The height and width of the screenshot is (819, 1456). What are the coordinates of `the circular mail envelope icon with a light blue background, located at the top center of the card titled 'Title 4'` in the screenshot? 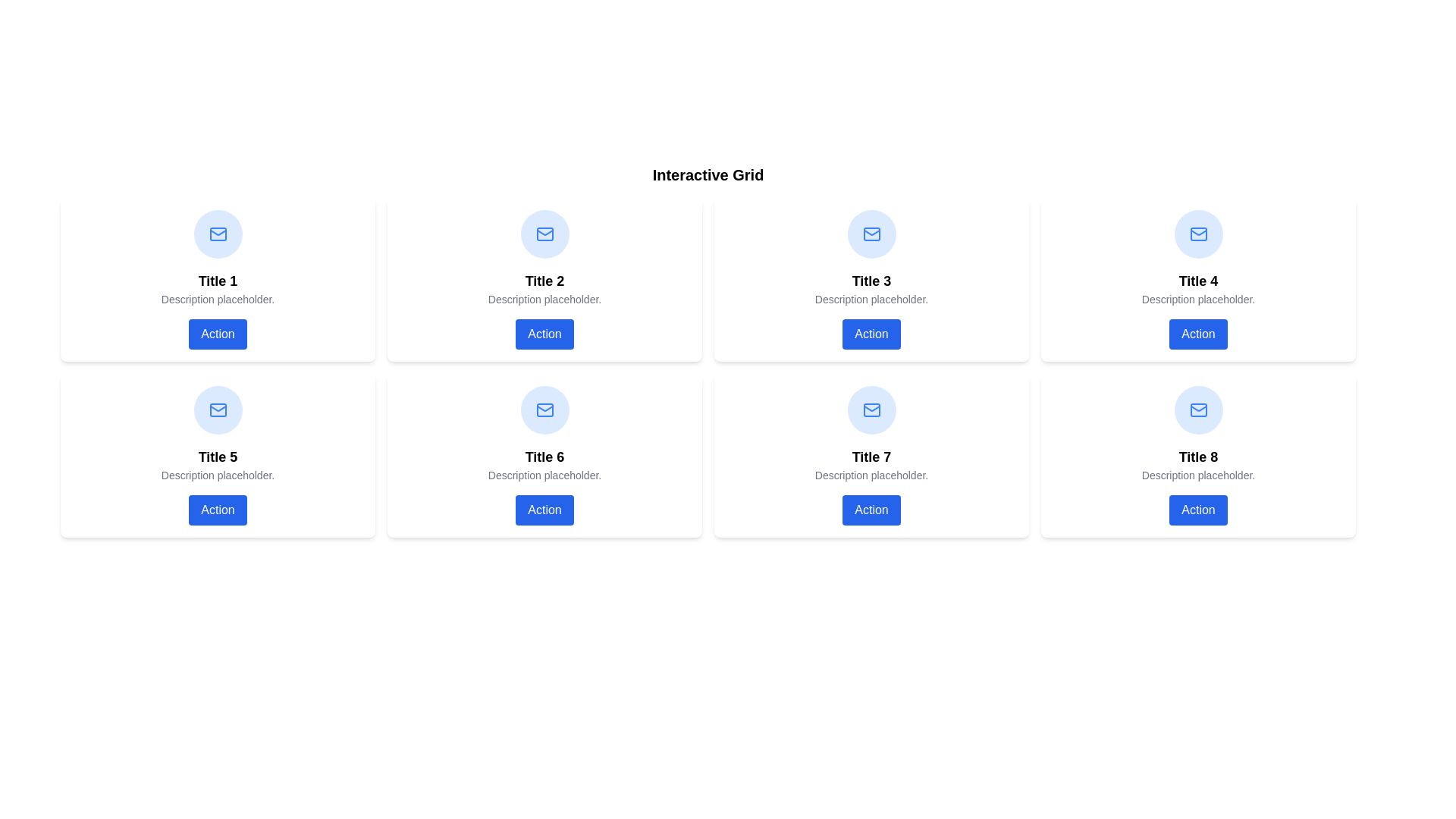 It's located at (1197, 234).